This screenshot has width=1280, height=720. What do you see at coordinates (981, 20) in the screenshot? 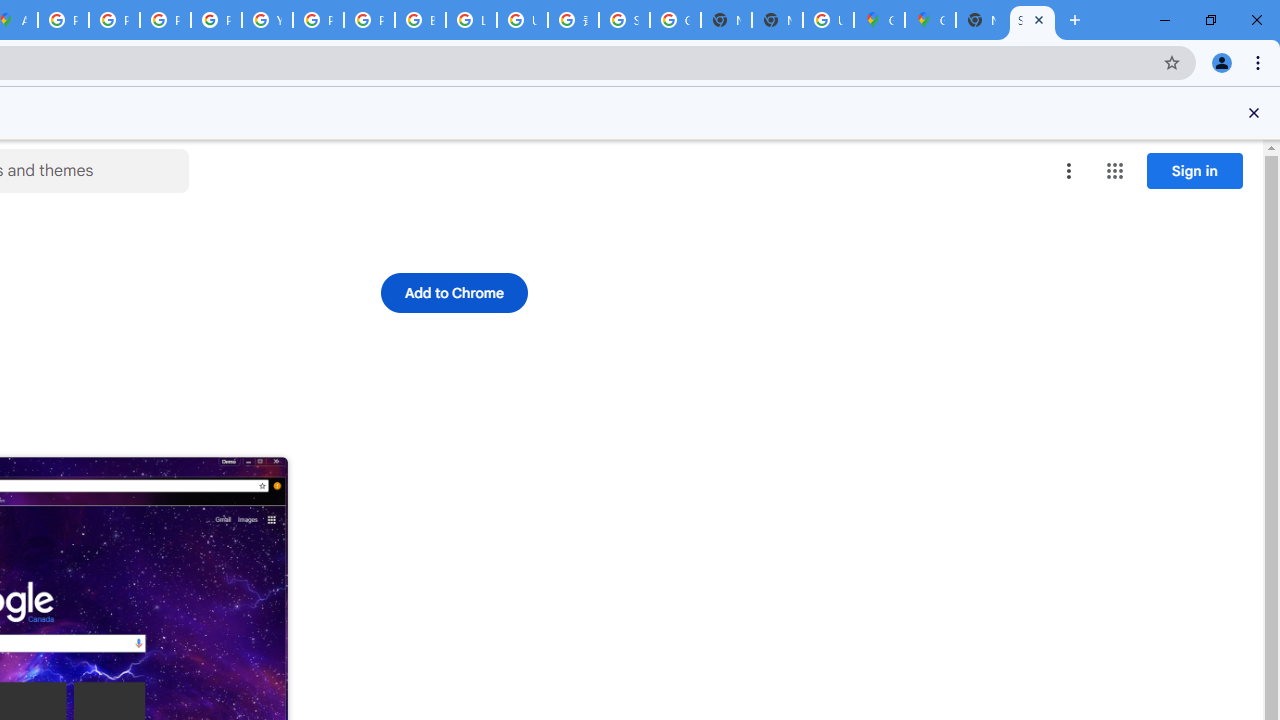
I see `'New Tab'` at bounding box center [981, 20].